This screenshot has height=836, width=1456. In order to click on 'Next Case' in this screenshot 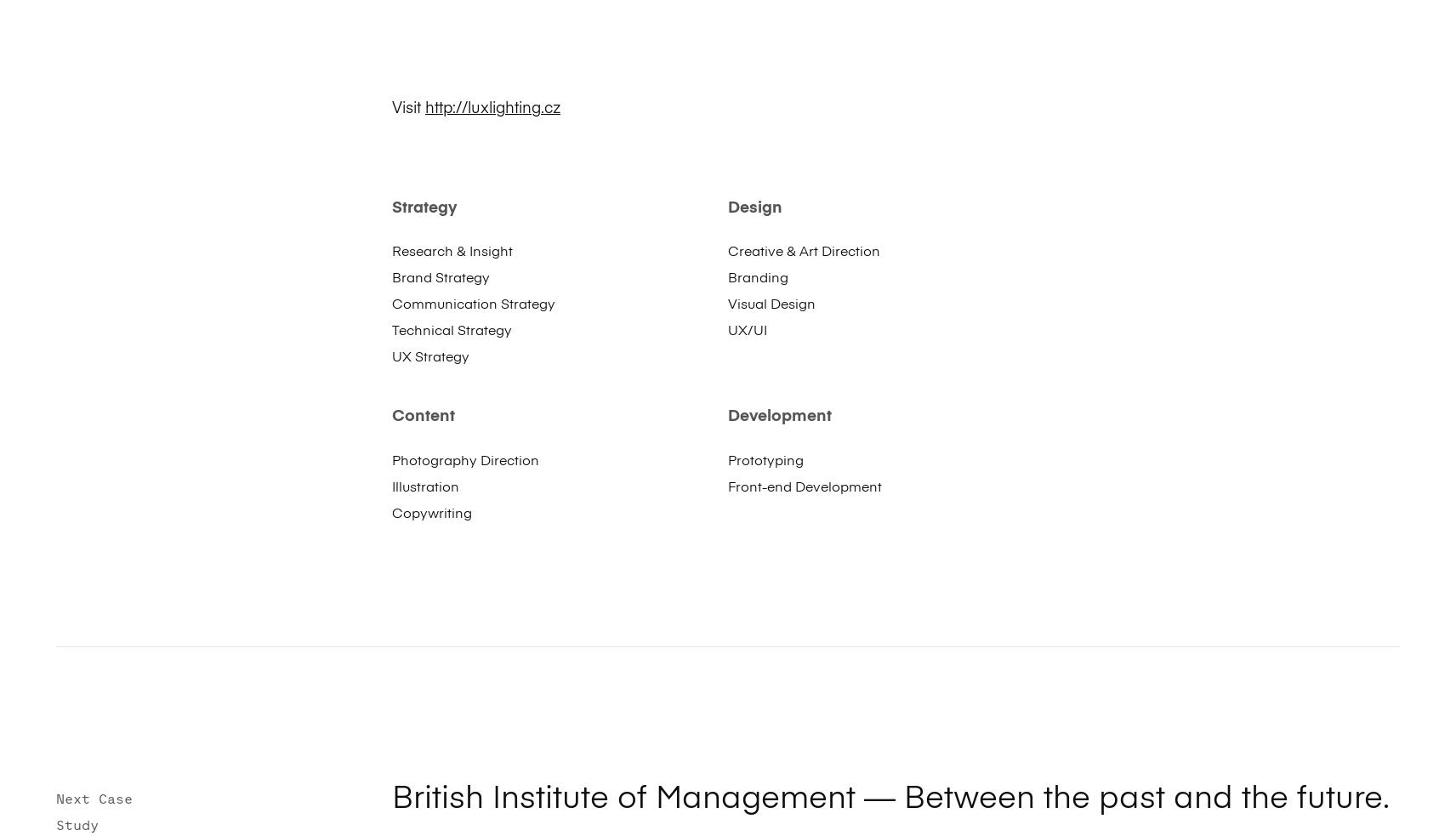, I will do `click(93, 798)`.